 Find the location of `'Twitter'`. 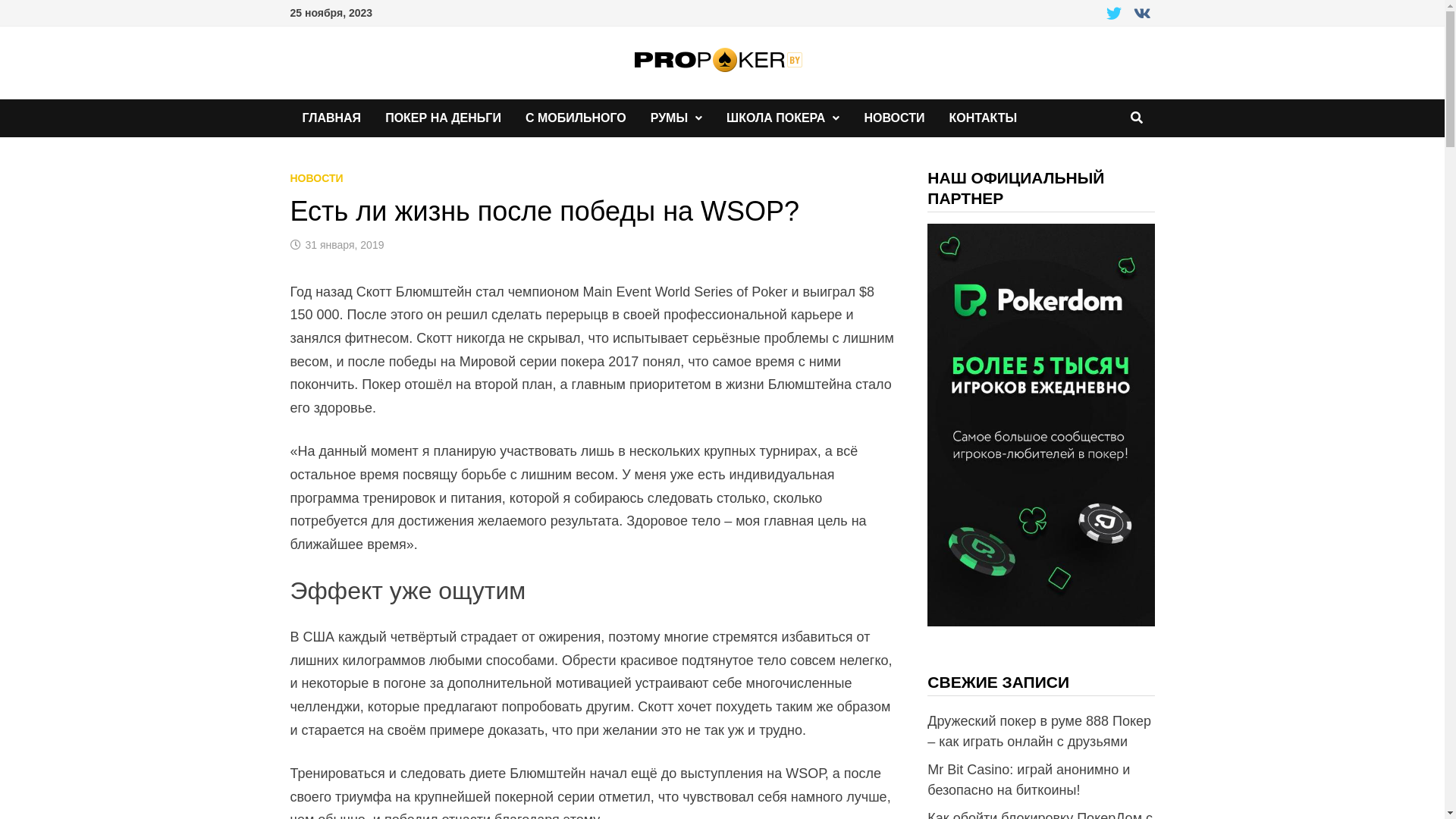

'Twitter' is located at coordinates (1103, 14).